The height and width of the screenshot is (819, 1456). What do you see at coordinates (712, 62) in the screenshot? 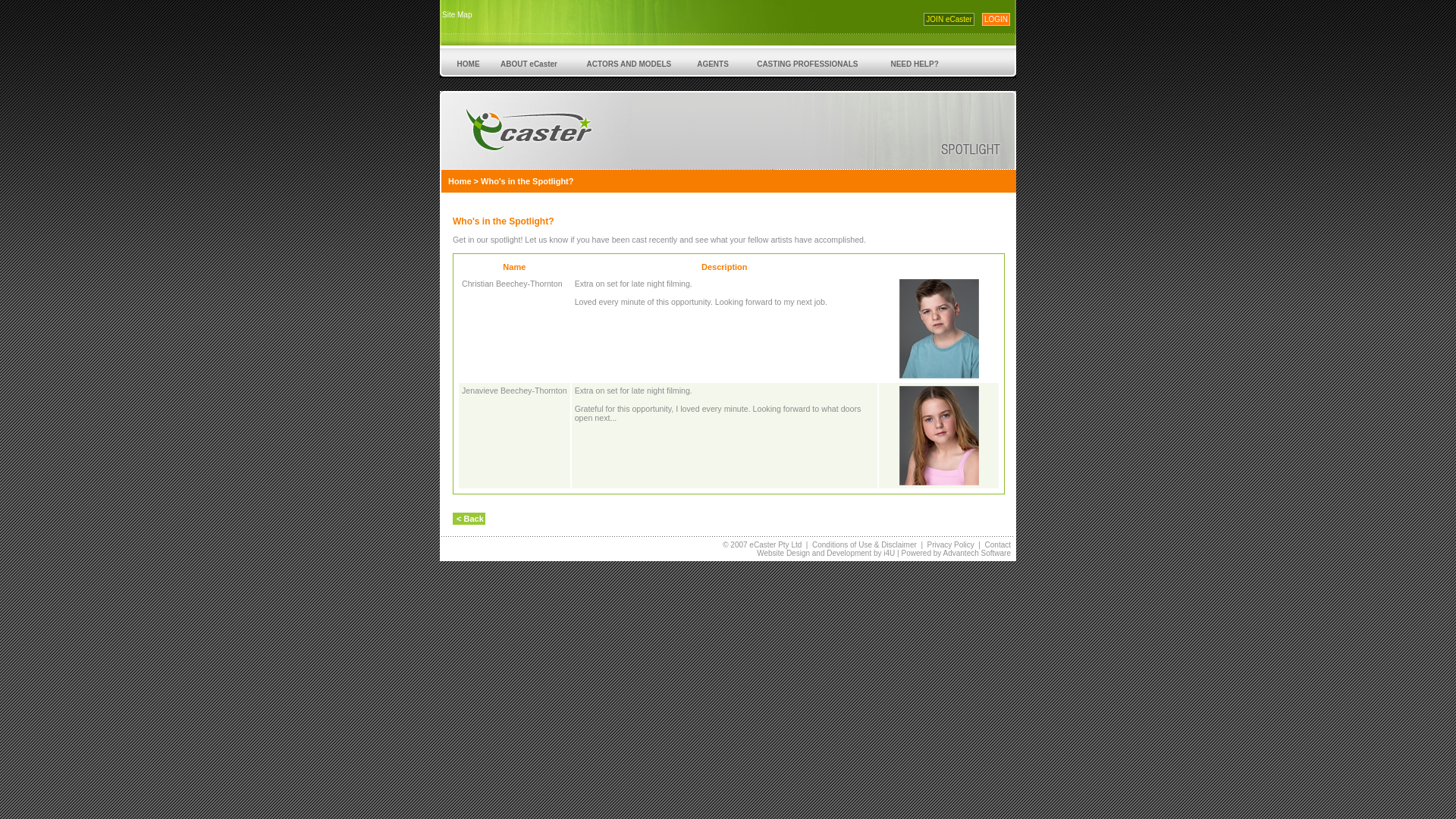
I see `' AGENTS '` at bounding box center [712, 62].